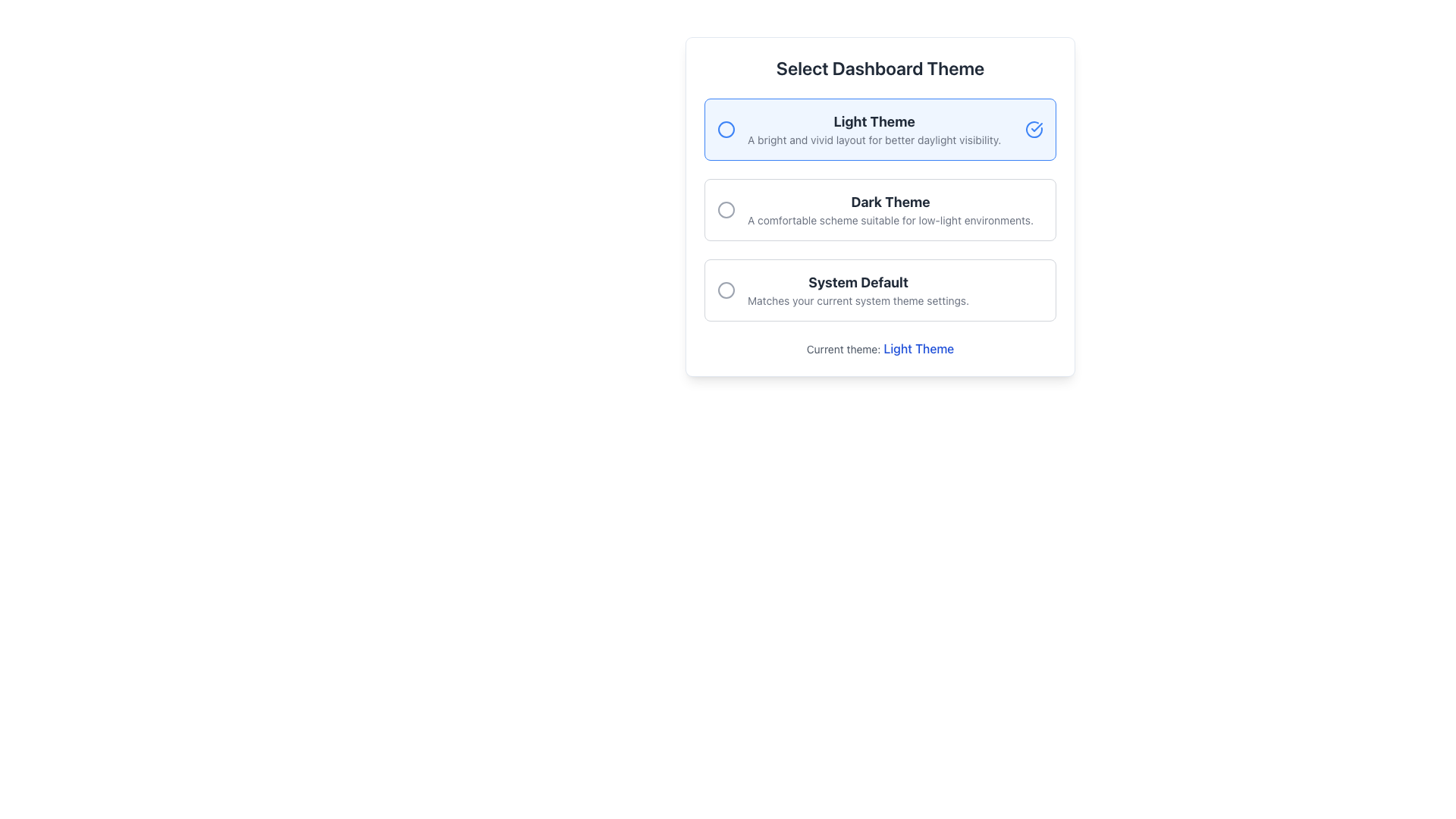  What do you see at coordinates (843, 349) in the screenshot?
I see `the text label reading 'Current theme:' which is styled in gray and located just above the 'Light Theme' text` at bounding box center [843, 349].